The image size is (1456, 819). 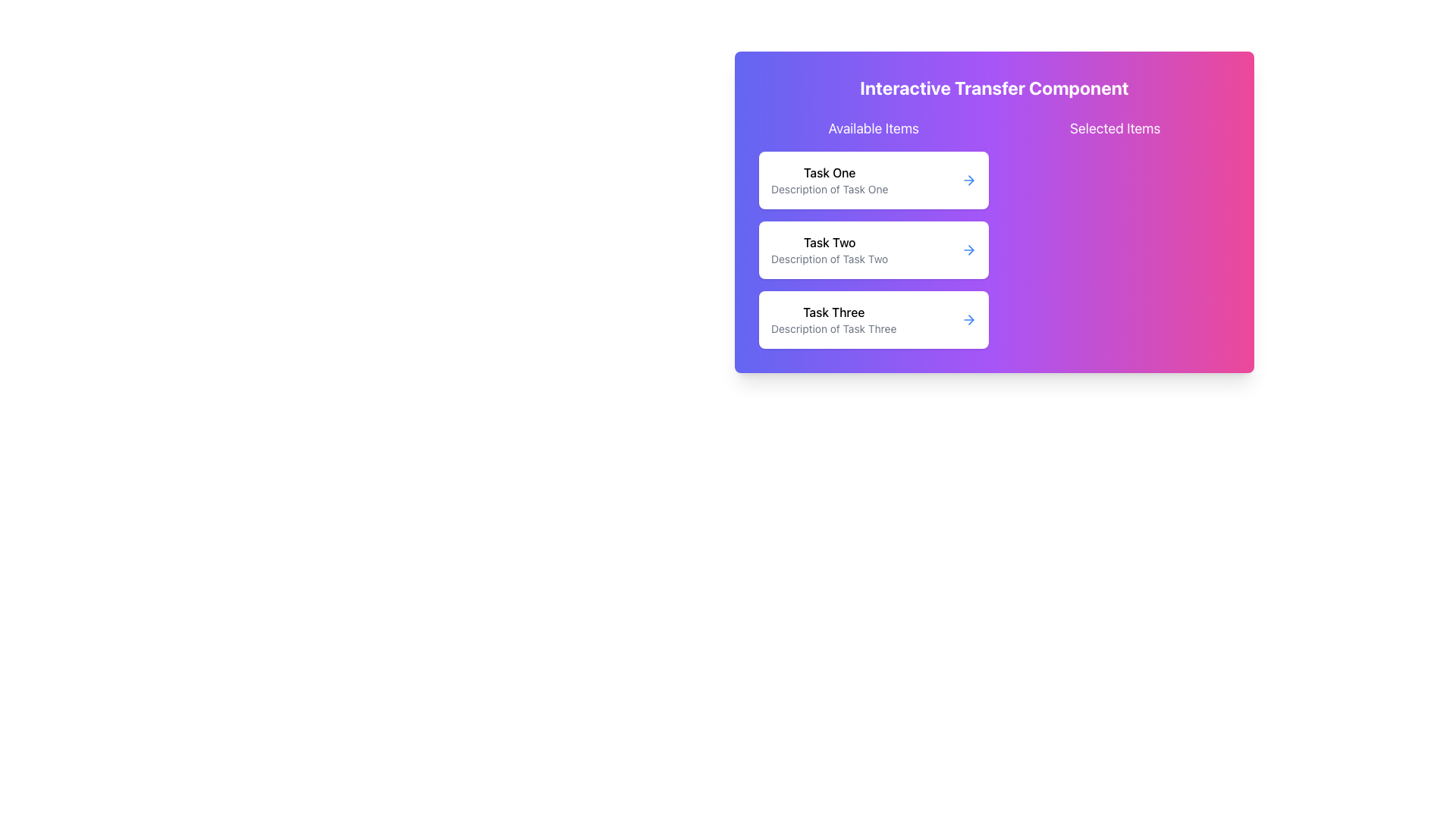 What do you see at coordinates (829, 171) in the screenshot?
I see `text content of the title element located at the top of the list in the 'Available Items' column of the 'Interactive Transfer Component' panel` at bounding box center [829, 171].